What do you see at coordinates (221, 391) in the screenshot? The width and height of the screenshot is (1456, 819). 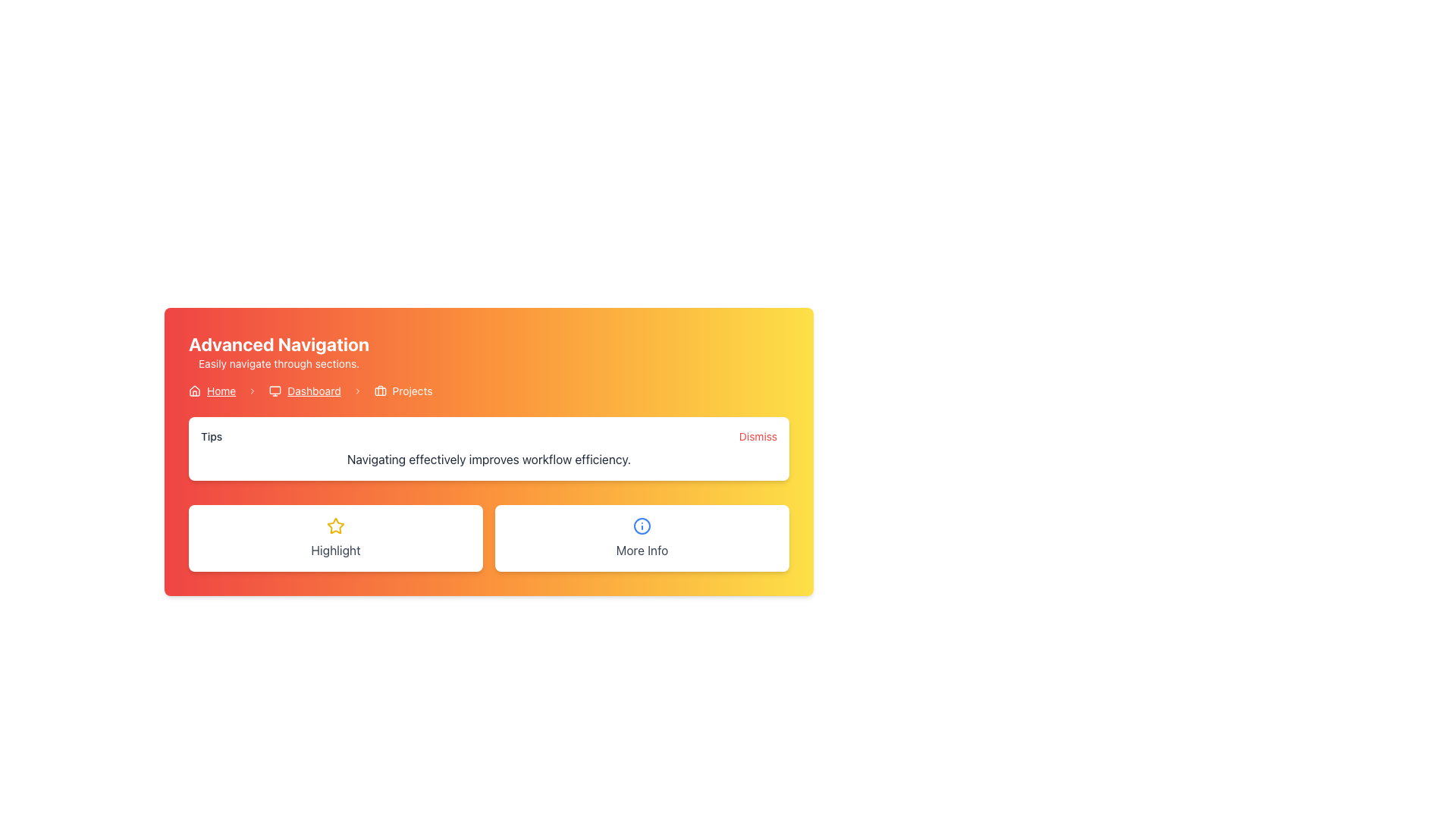 I see `the hyperlink in the navigation bar that allows users to return to the homepage, positioned after the house-shaped icon and before 'Dashboard'` at bounding box center [221, 391].